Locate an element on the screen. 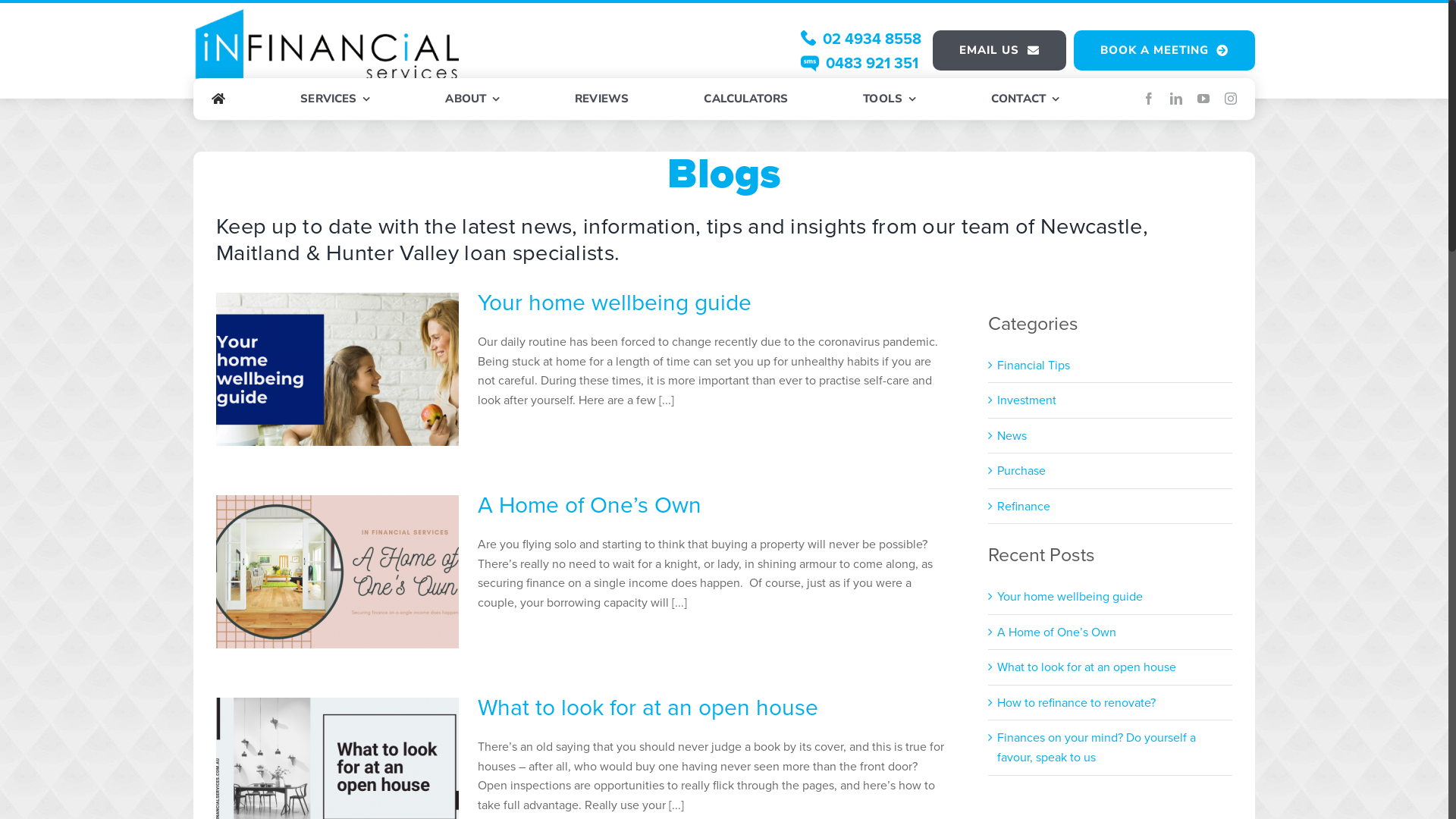 This screenshot has width=1456, height=819. 'Your home wellbeing guide' is located at coordinates (614, 302).